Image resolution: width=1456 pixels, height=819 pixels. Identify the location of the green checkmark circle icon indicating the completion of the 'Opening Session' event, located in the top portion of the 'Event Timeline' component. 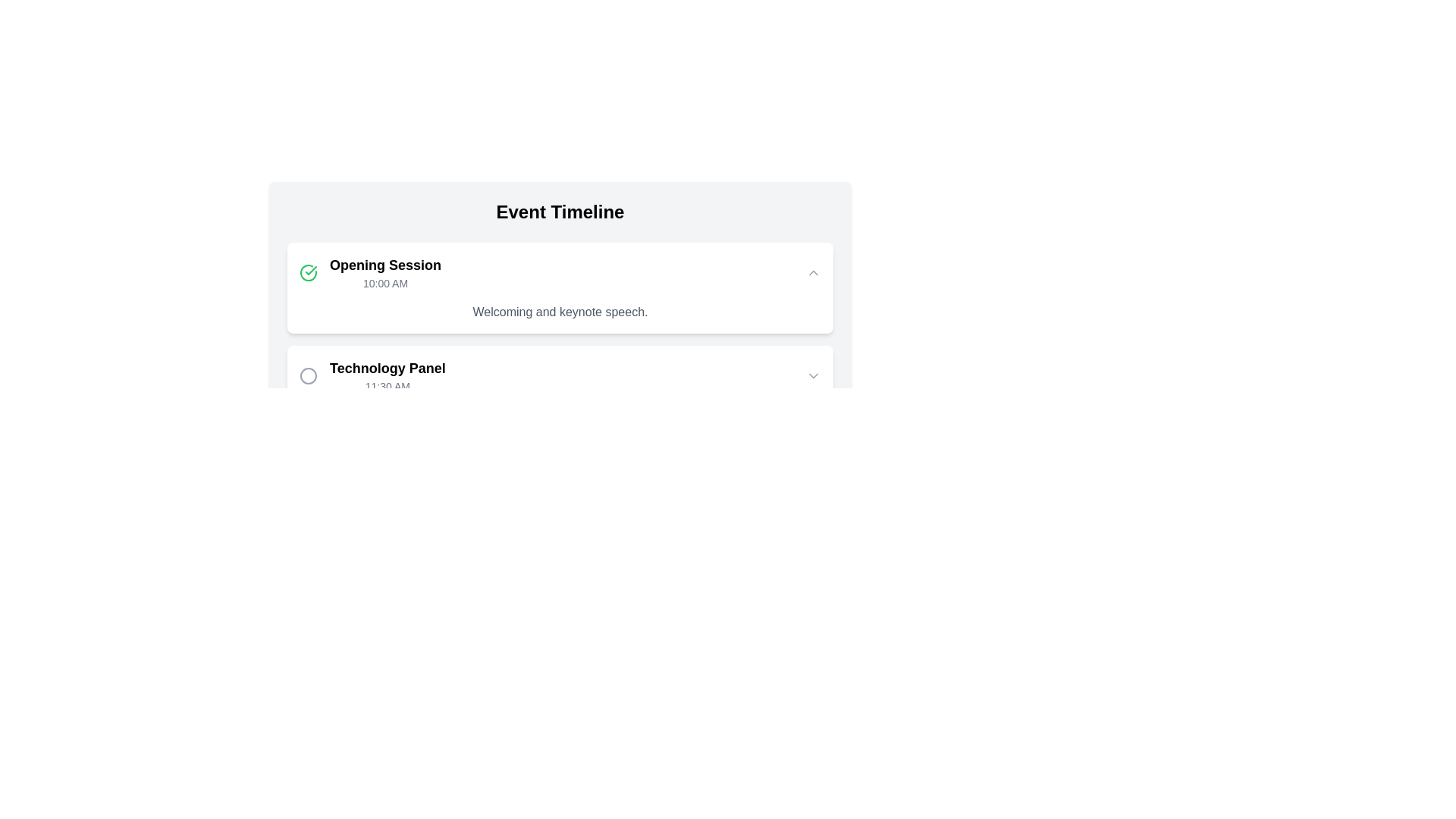
(308, 271).